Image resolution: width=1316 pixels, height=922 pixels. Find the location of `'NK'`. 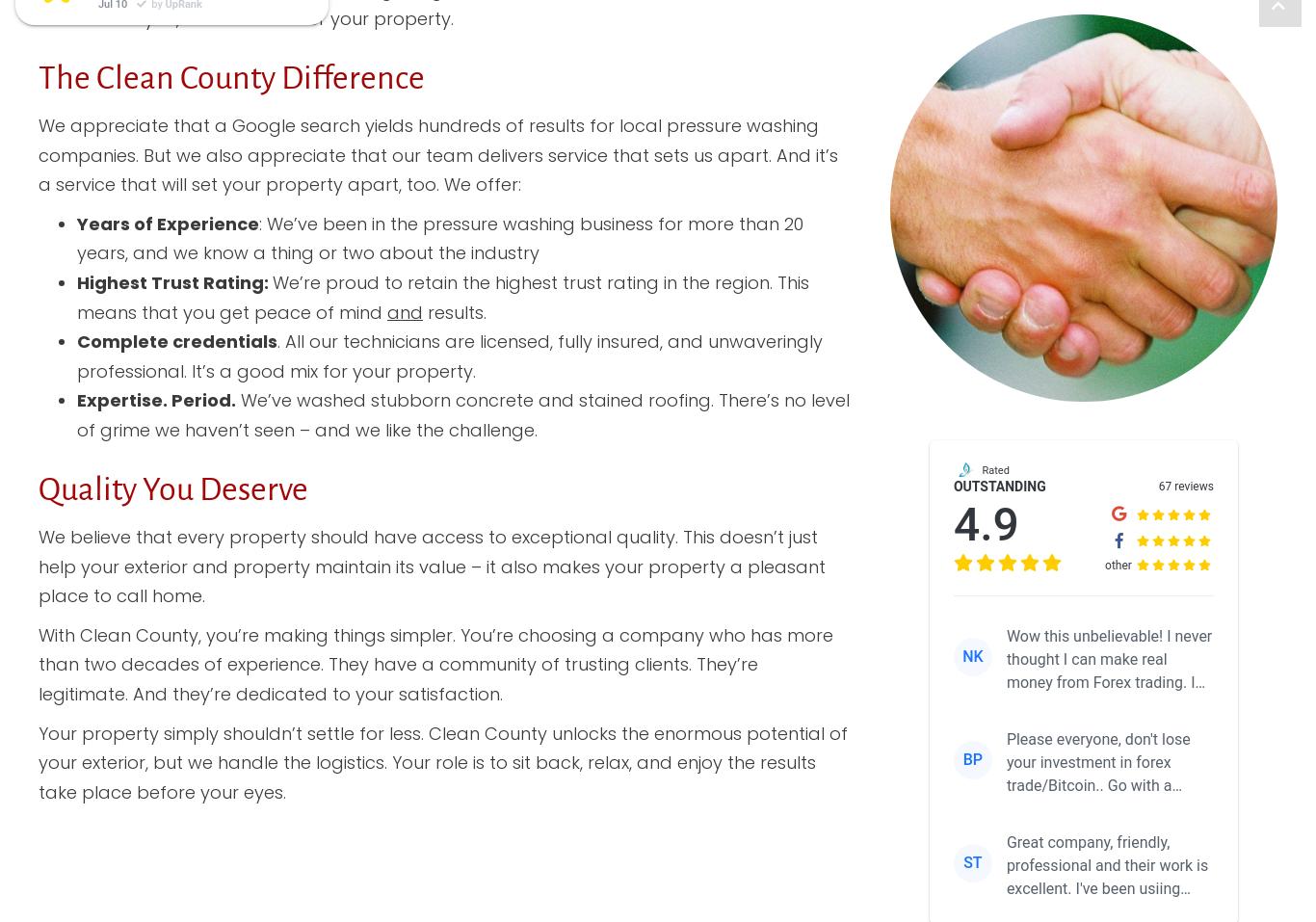

'NK' is located at coordinates (972, 656).